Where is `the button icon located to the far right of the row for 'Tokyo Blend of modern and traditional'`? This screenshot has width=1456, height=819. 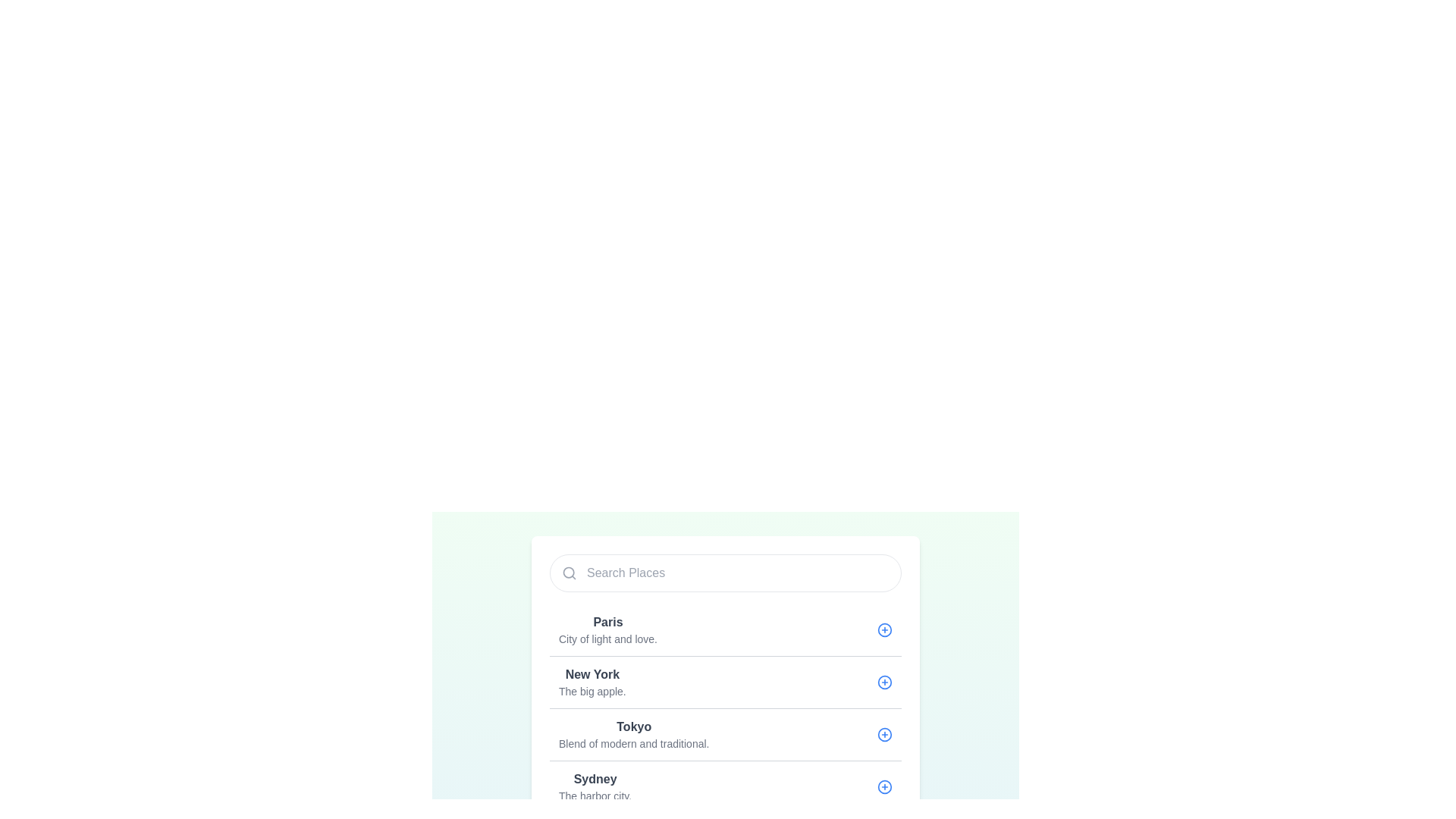
the button icon located to the far right of the row for 'Tokyo Blend of modern and traditional' is located at coordinates (884, 733).